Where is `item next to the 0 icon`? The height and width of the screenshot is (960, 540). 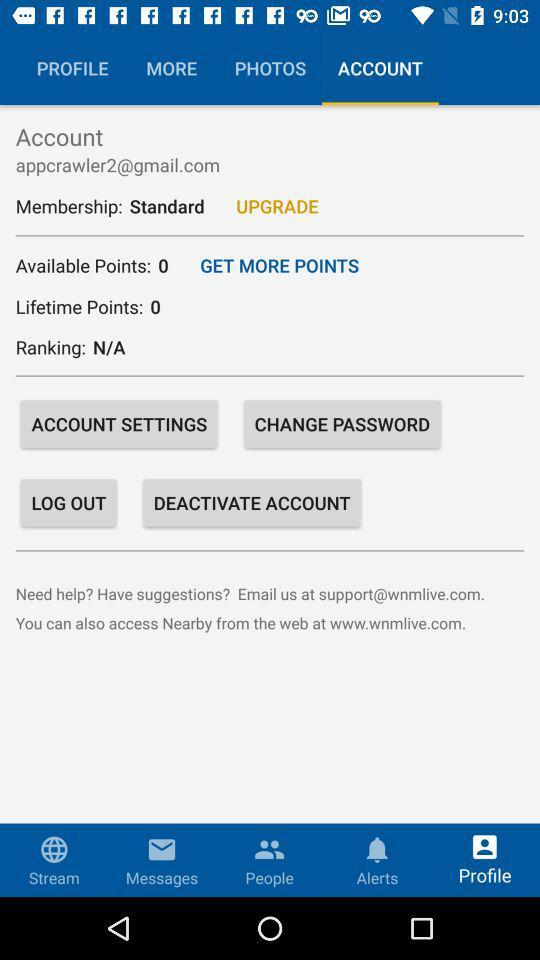 item next to the 0 icon is located at coordinates (278, 264).